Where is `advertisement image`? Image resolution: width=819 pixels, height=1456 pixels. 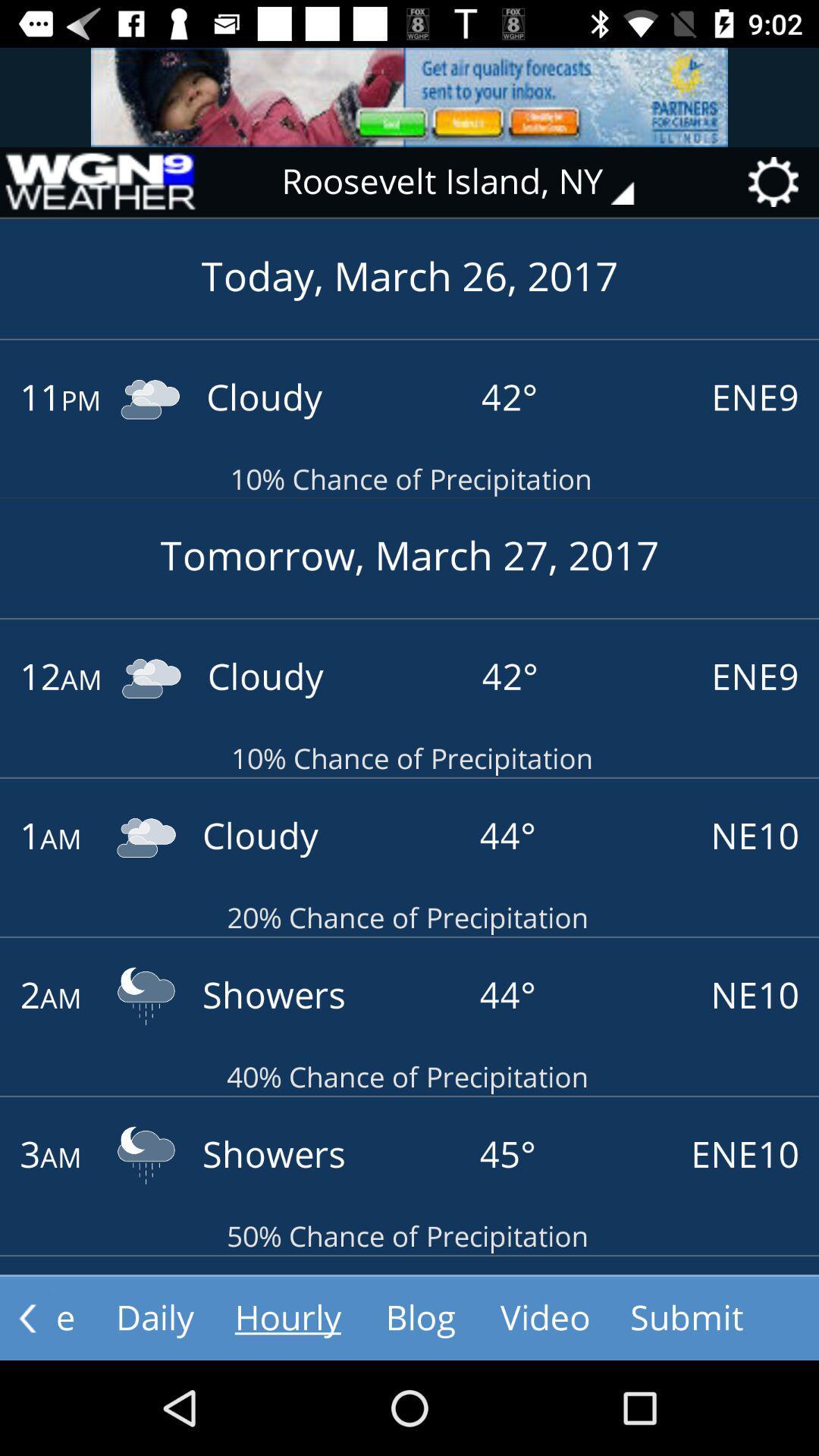 advertisement image is located at coordinates (409, 96).